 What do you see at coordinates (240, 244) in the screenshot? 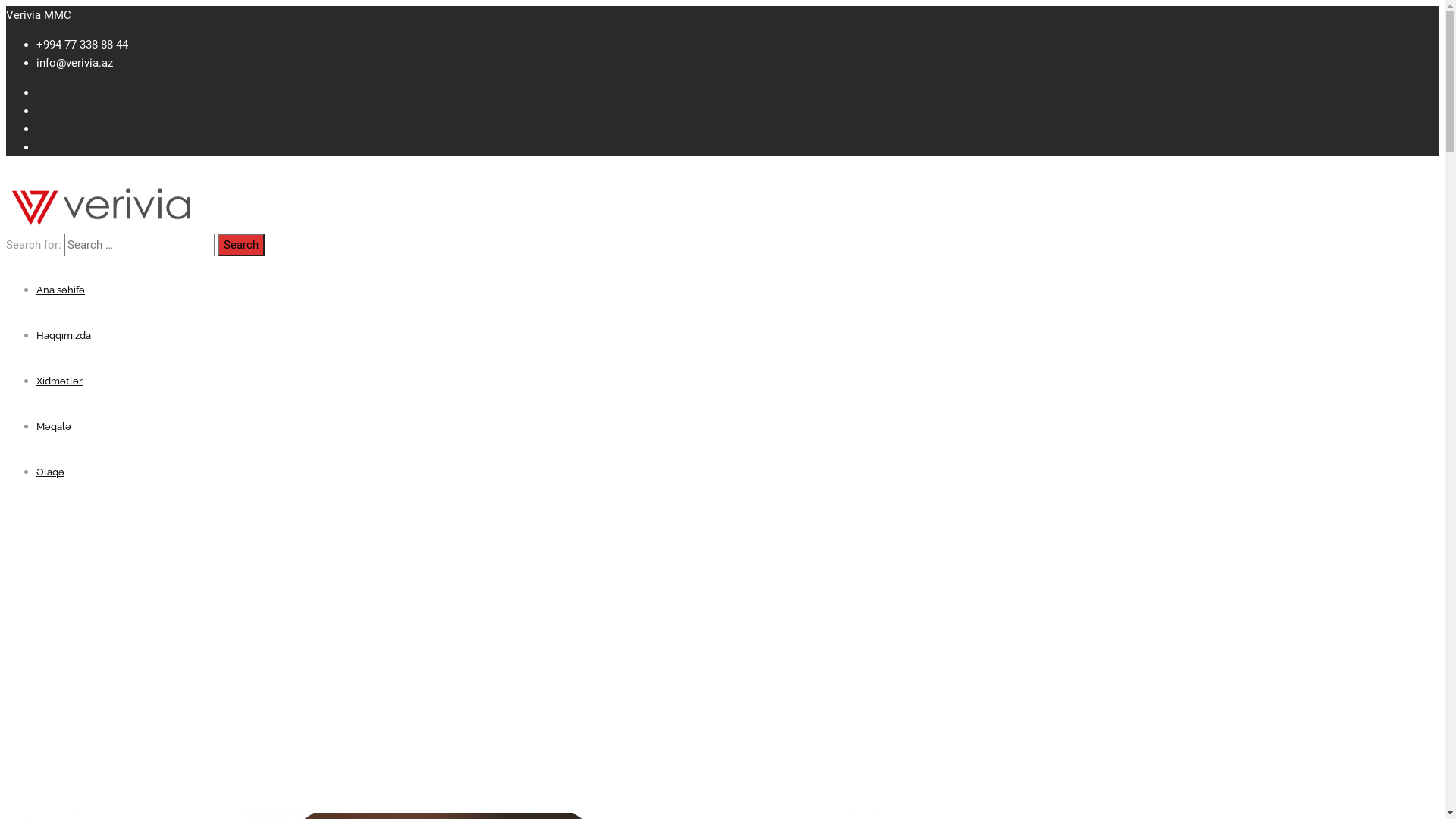
I see `'Search'` at bounding box center [240, 244].